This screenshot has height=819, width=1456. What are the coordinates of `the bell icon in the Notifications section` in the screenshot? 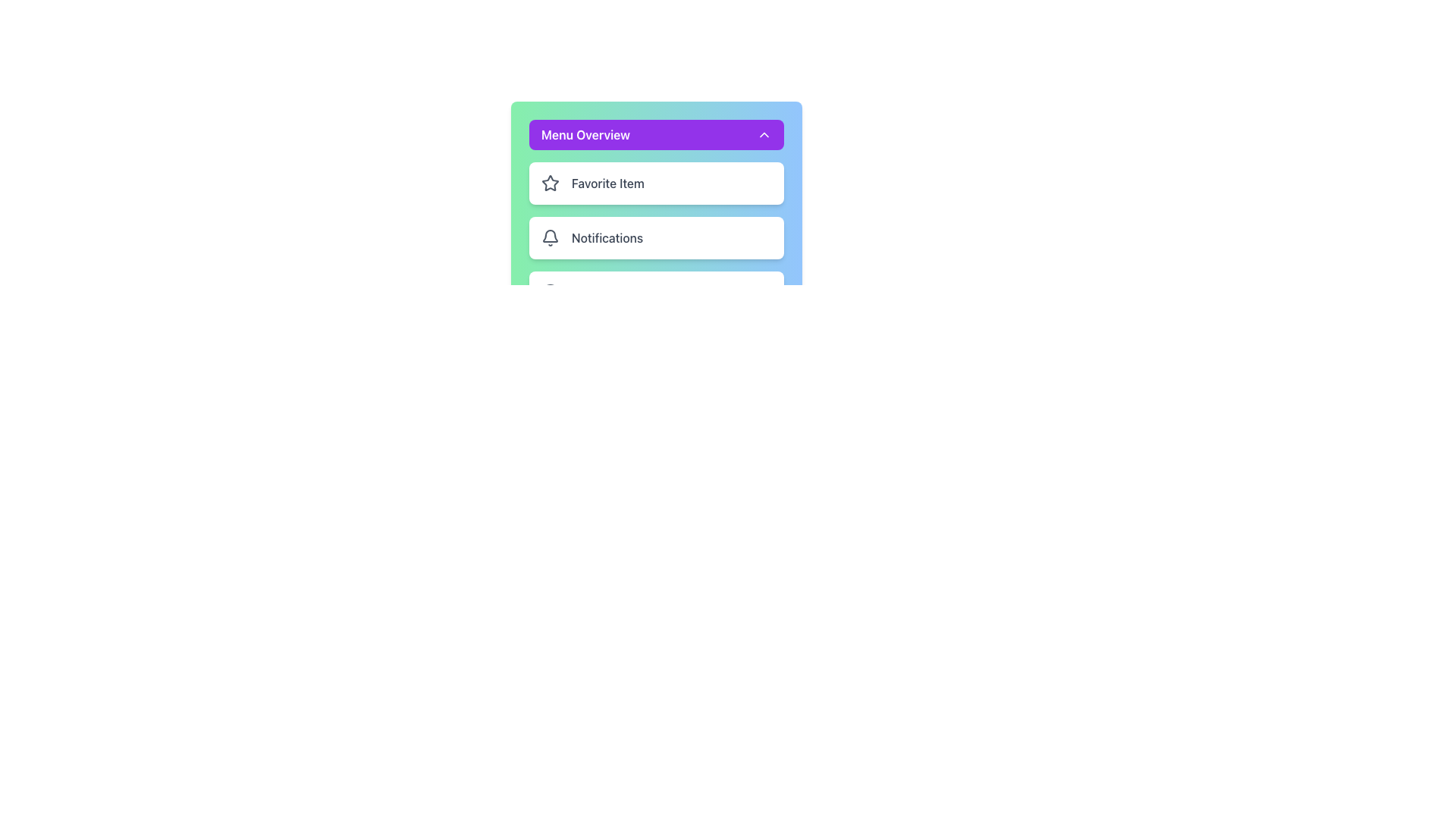 It's located at (549, 236).